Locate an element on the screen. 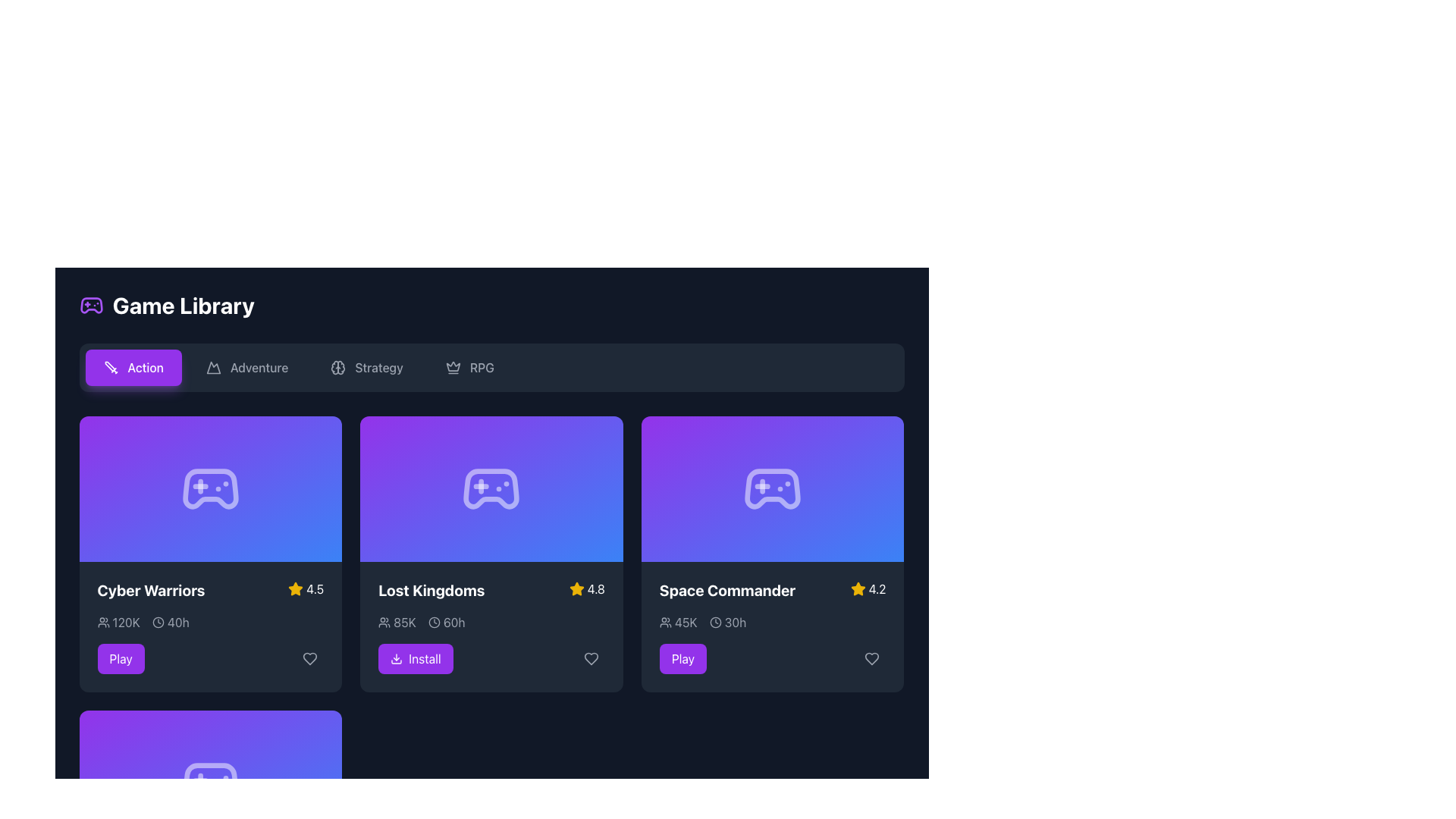  the clock icon located within the 'Space Commander' game card, which signifies the playtime of '30h' is located at coordinates (714, 623).